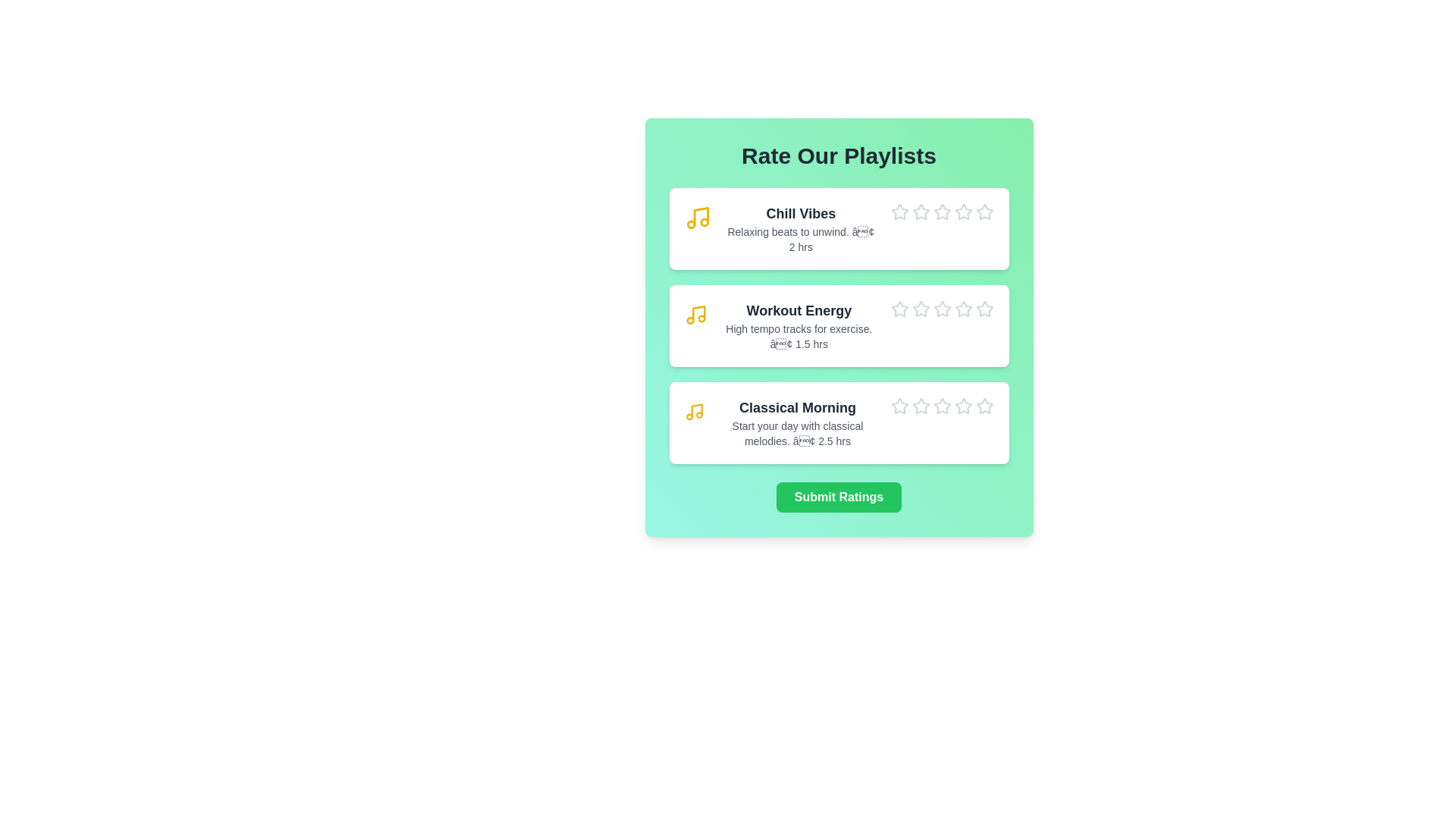  Describe the element at coordinates (953, 300) in the screenshot. I see `the star icon corresponding to 4 stars for the playlist Workout Energy` at that location.